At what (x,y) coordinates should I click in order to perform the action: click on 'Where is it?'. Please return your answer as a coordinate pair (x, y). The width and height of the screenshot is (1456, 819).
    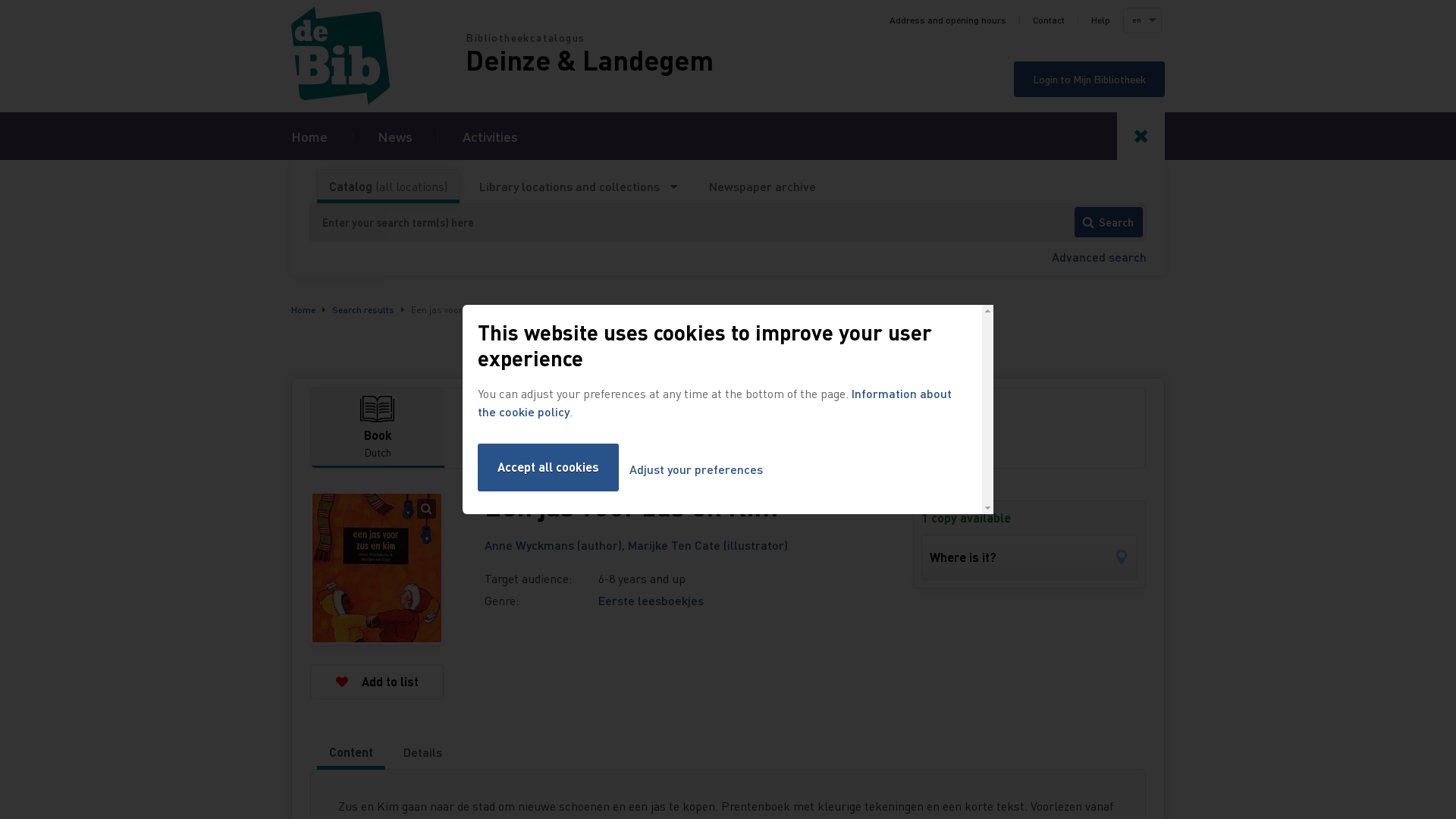
    Looking at the image, I should click on (920, 557).